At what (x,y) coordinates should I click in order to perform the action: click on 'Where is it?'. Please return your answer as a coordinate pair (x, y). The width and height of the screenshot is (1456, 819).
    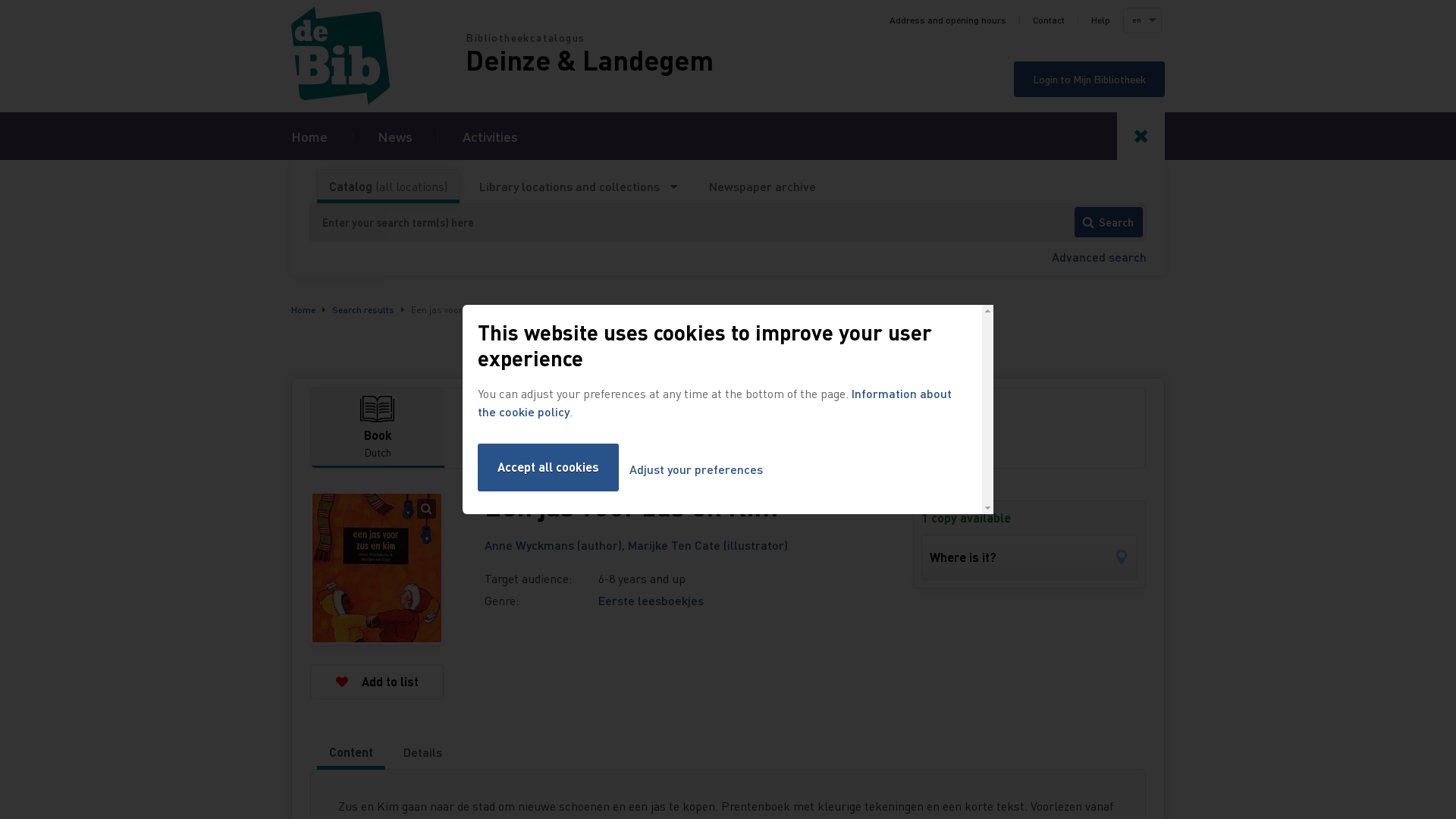
    Looking at the image, I should click on (920, 557).